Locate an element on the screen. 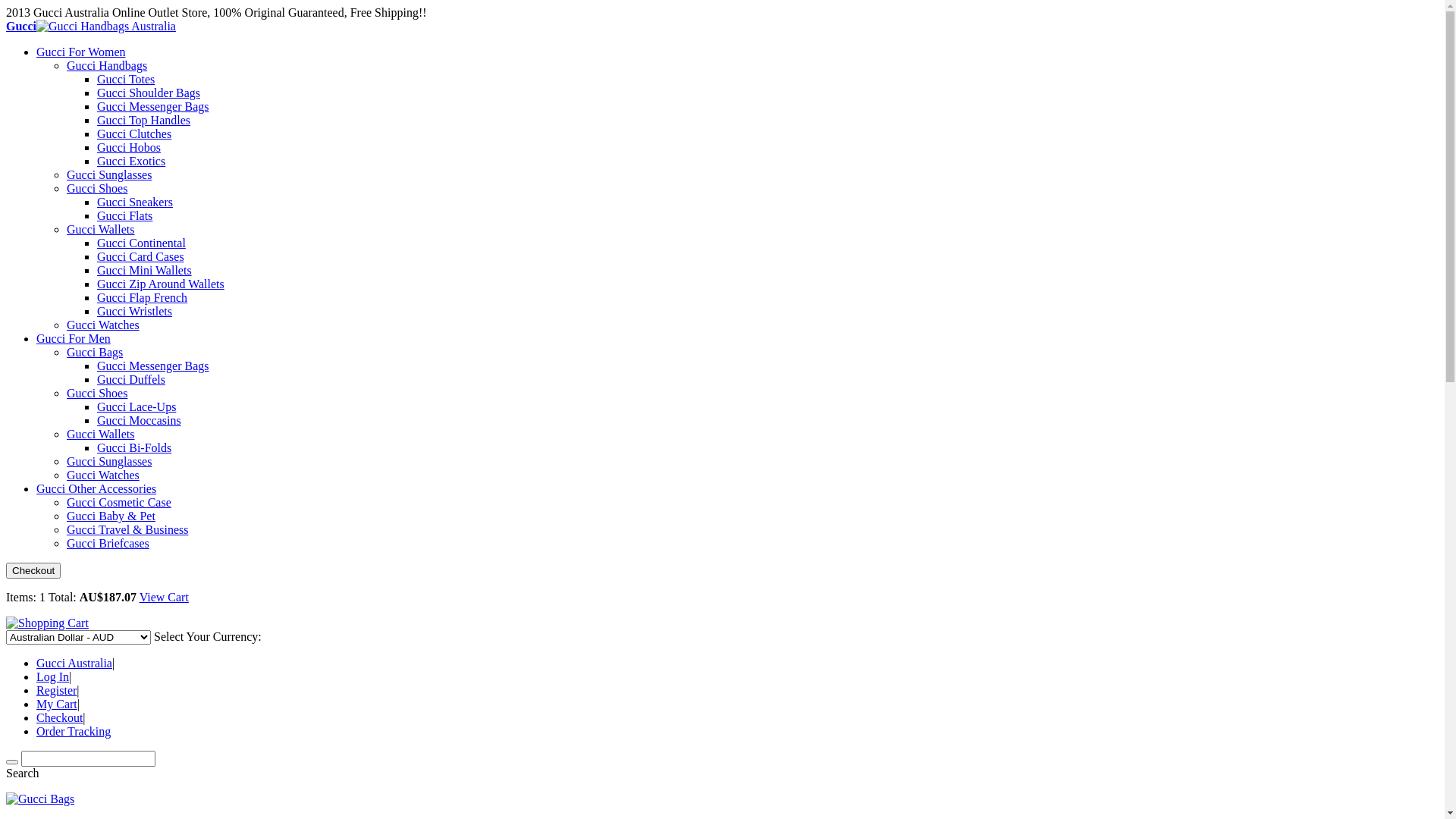 This screenshot has height=819, width=1456. 'Order Tracking' is located at coordinates (72, 730).